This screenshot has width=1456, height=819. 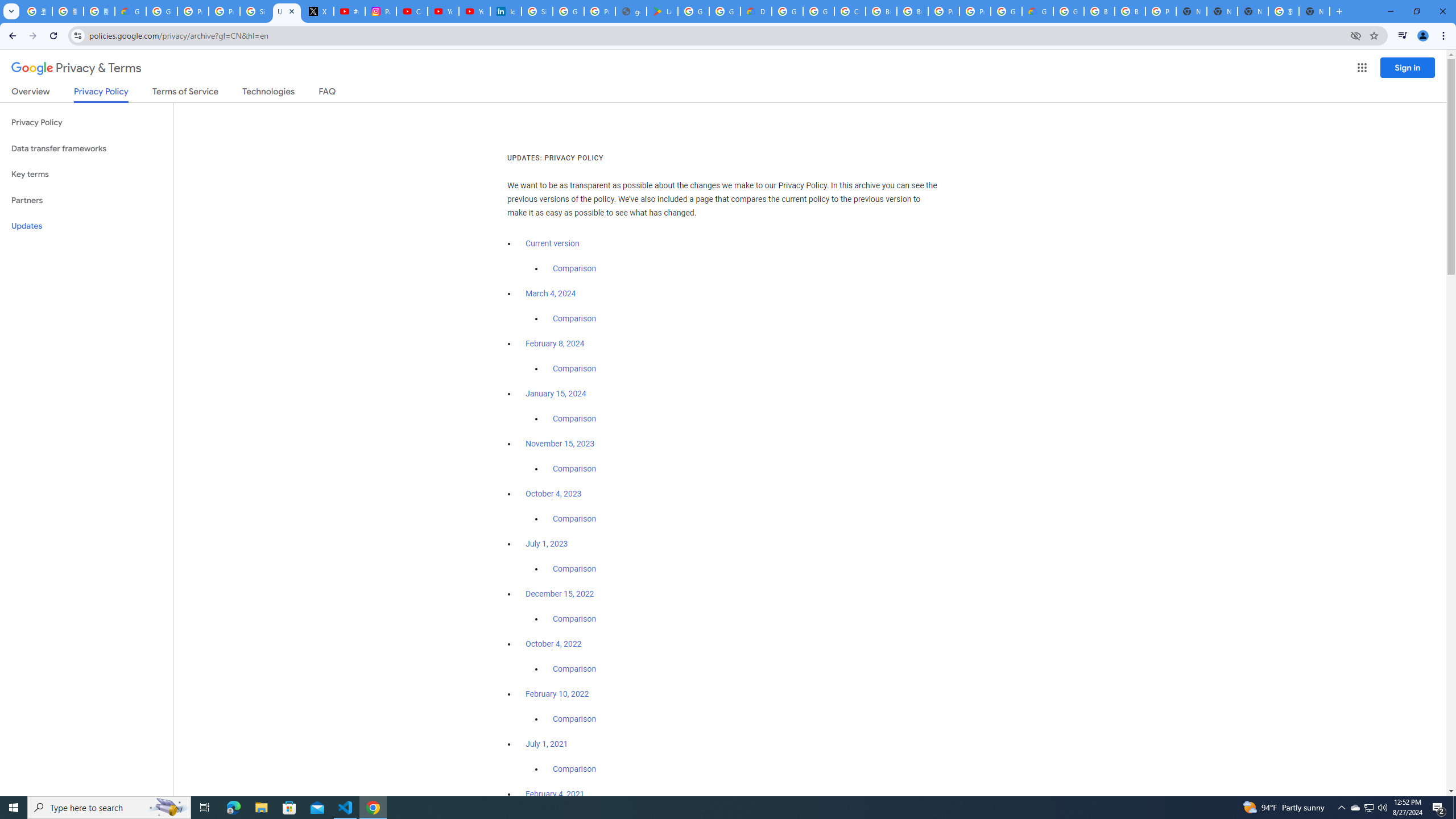 I want to click on 'Browse Chrome as a guest - Computer - Google Chrome Help', so click(x=1099, y=11).